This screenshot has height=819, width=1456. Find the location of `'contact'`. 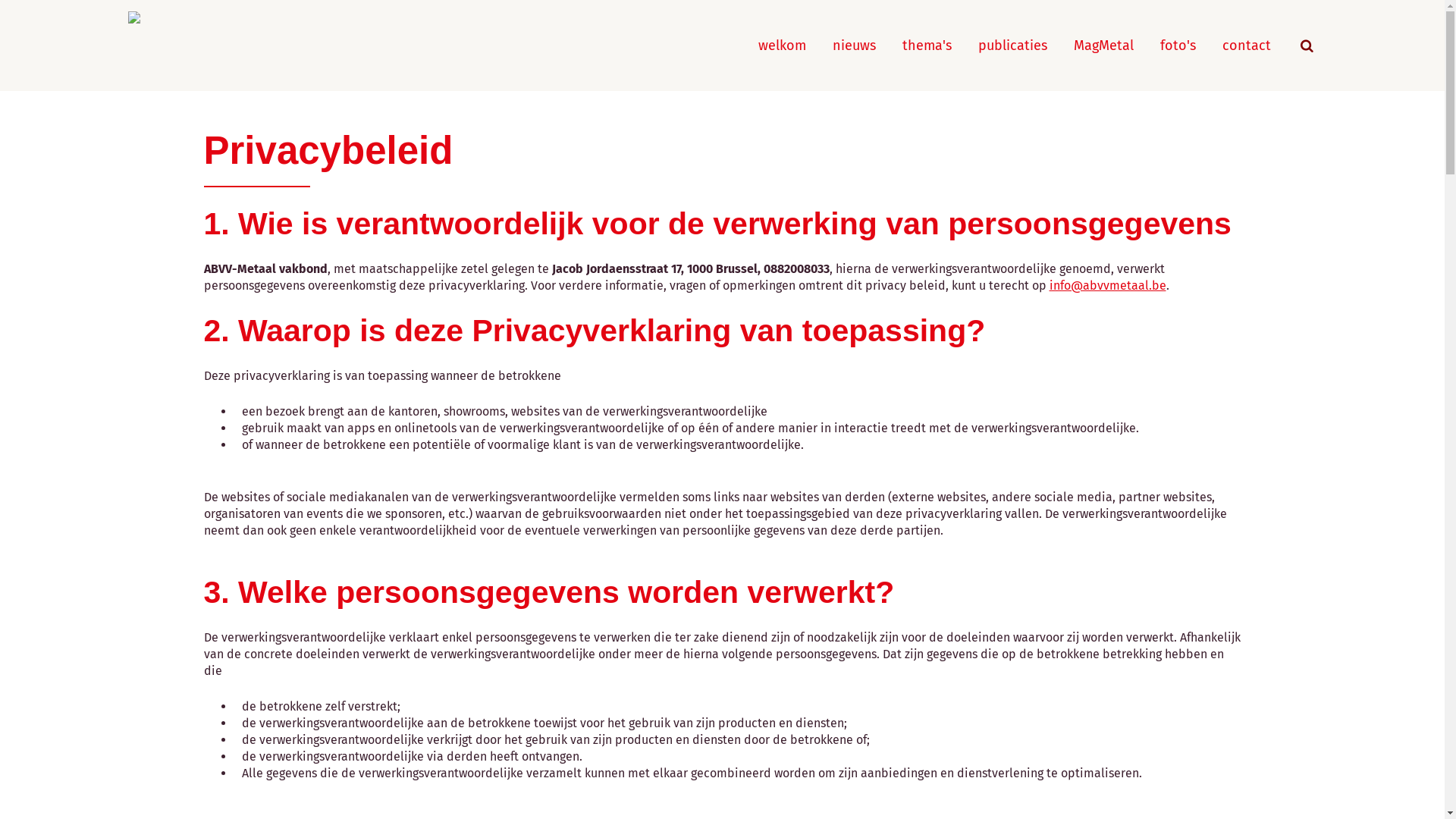

'contact' is located at coordinates (1246, 45).